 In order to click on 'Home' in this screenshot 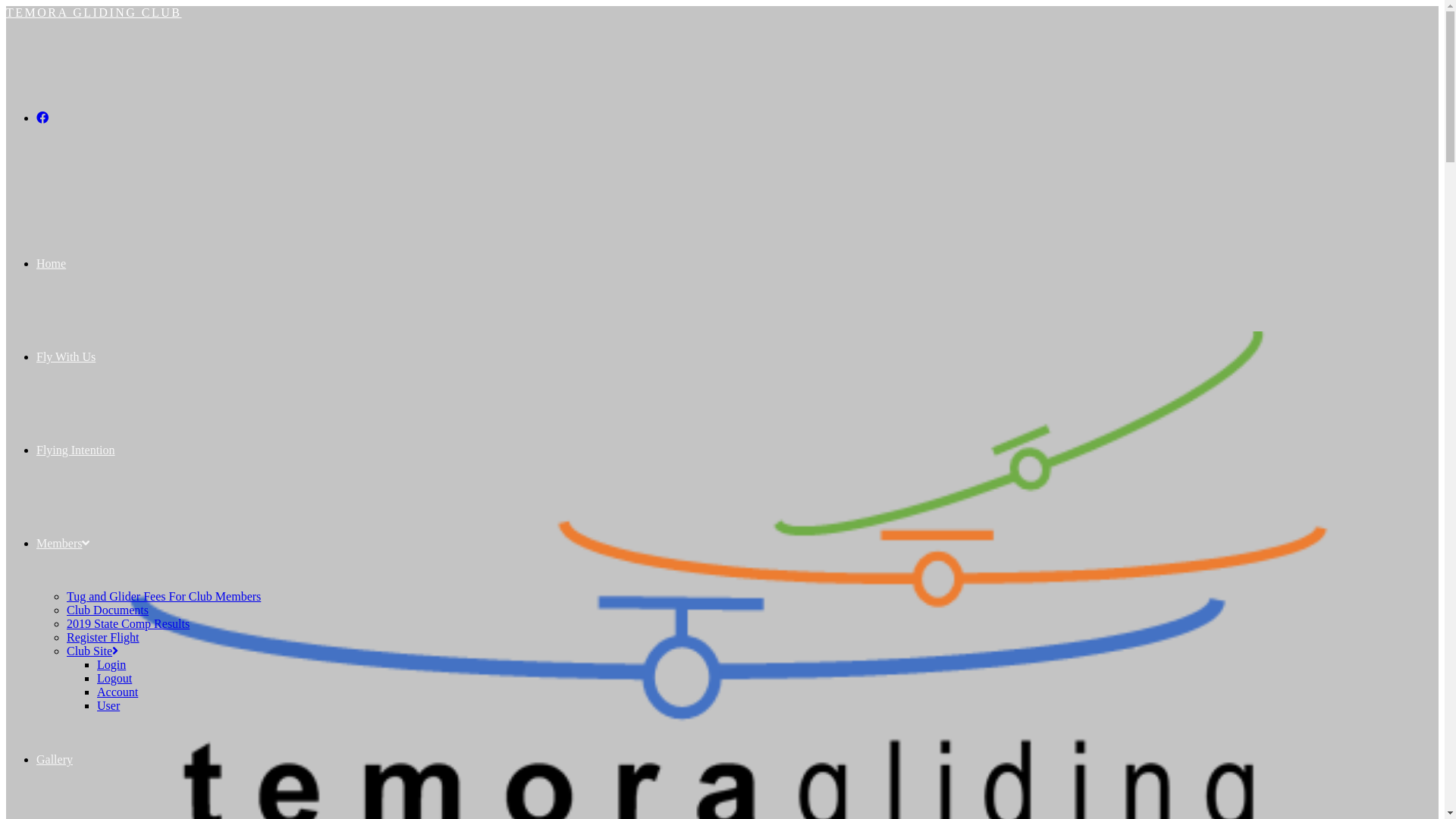, I will do `click(36, 262)`.